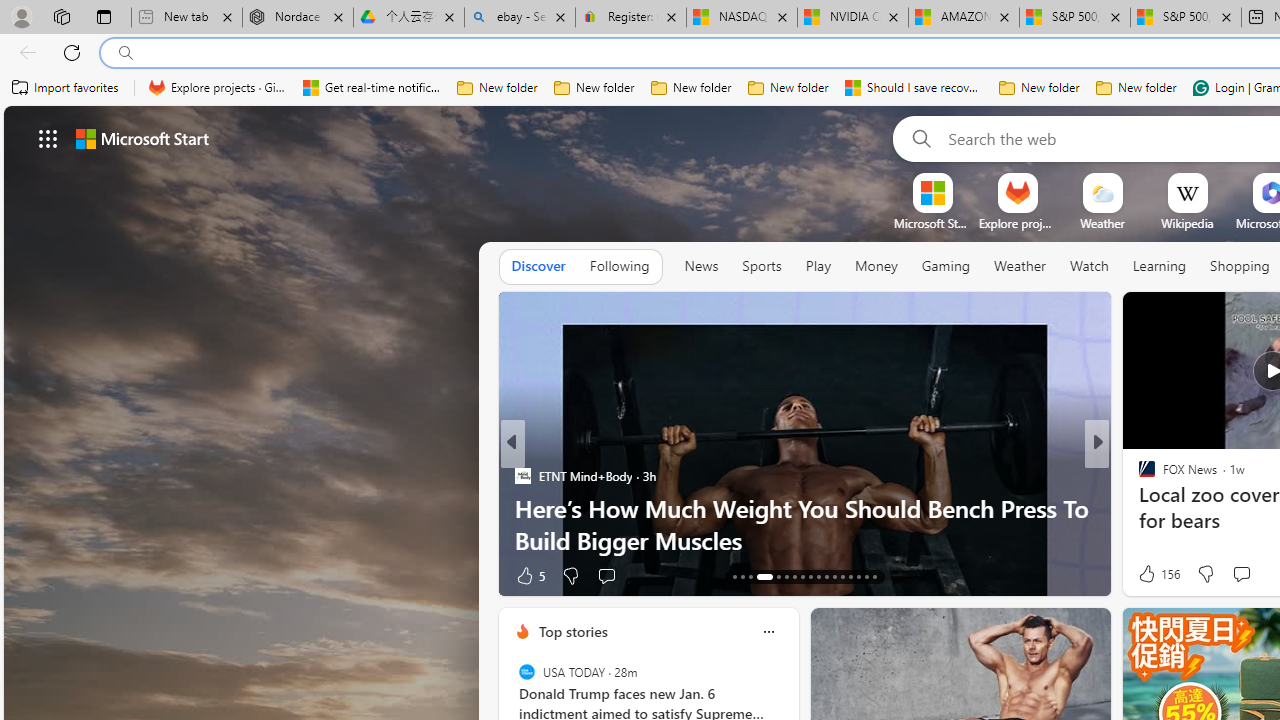 The height and width of the screenshot is (720, 1280). Describe the element at coordinates (1138, 506) in the screenshot. I see `'Animals Around The Globe (US)'` at that location.